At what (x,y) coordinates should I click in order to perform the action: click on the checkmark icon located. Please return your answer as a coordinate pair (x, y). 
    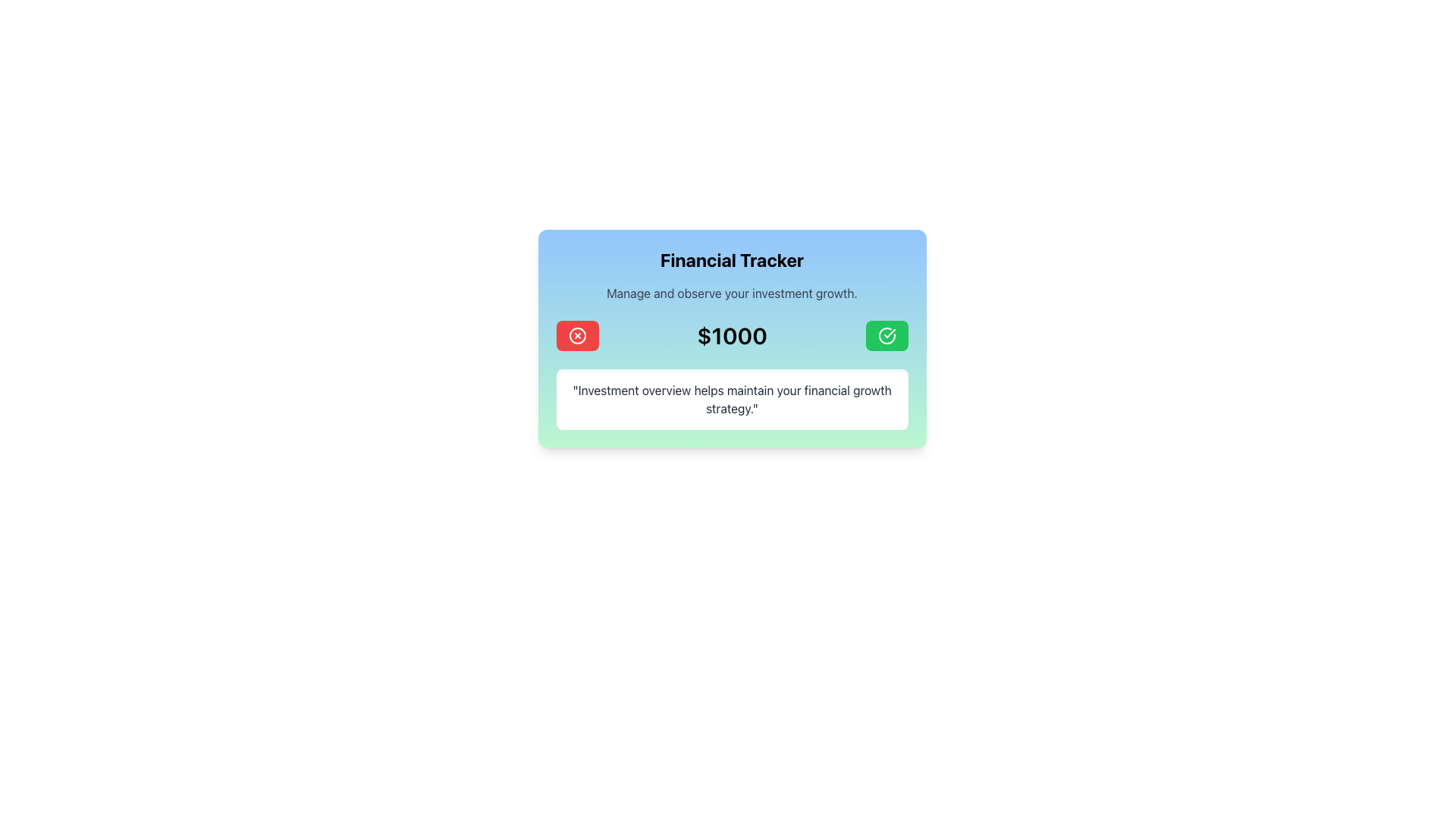
    Looking at the image, I should click on (889, 332).